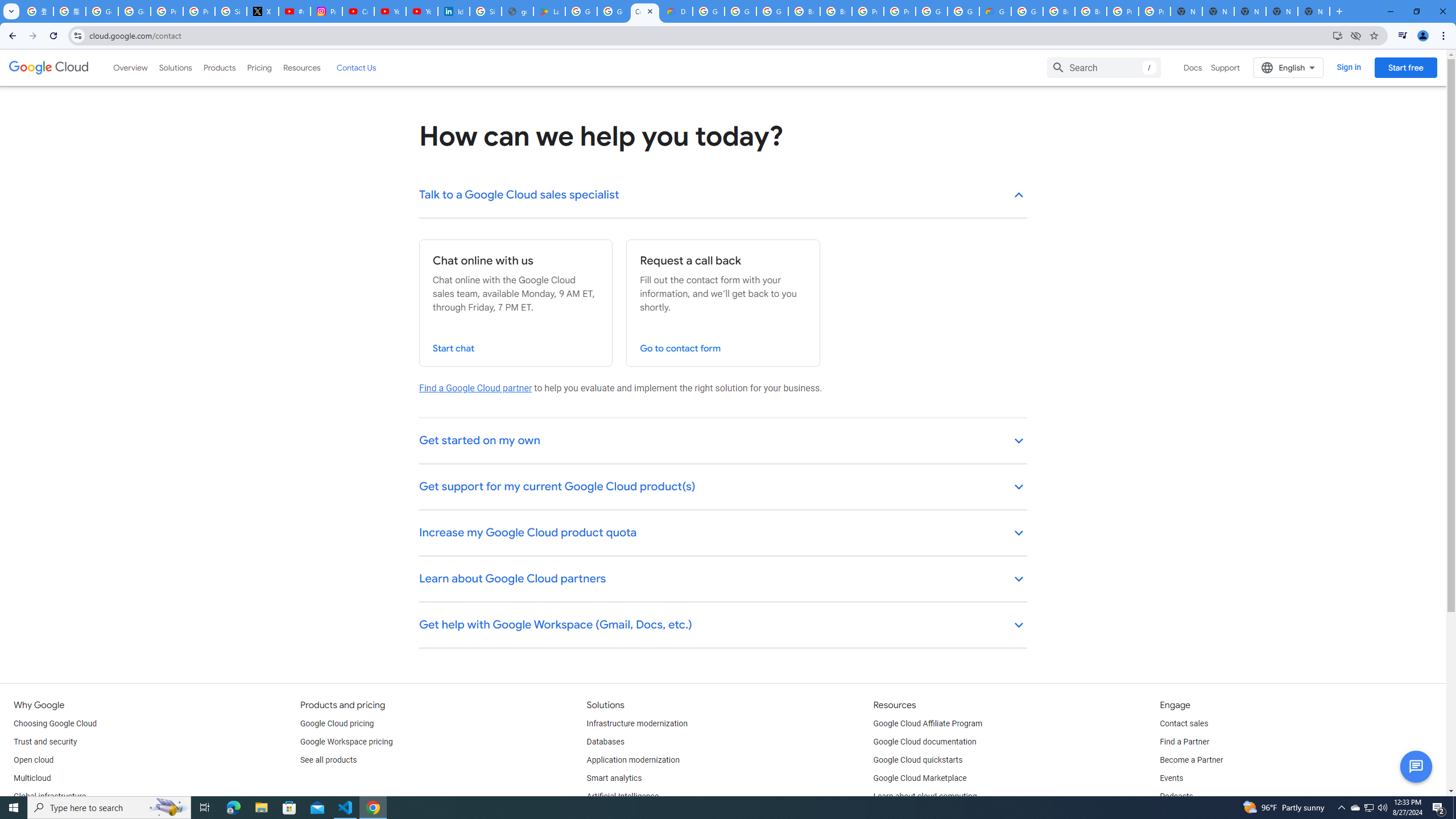 The image size is (1456, 819). Describe the element at coordinates (962, 11) in the screenshot. I see `'Google Cloud Platform'` at that location.